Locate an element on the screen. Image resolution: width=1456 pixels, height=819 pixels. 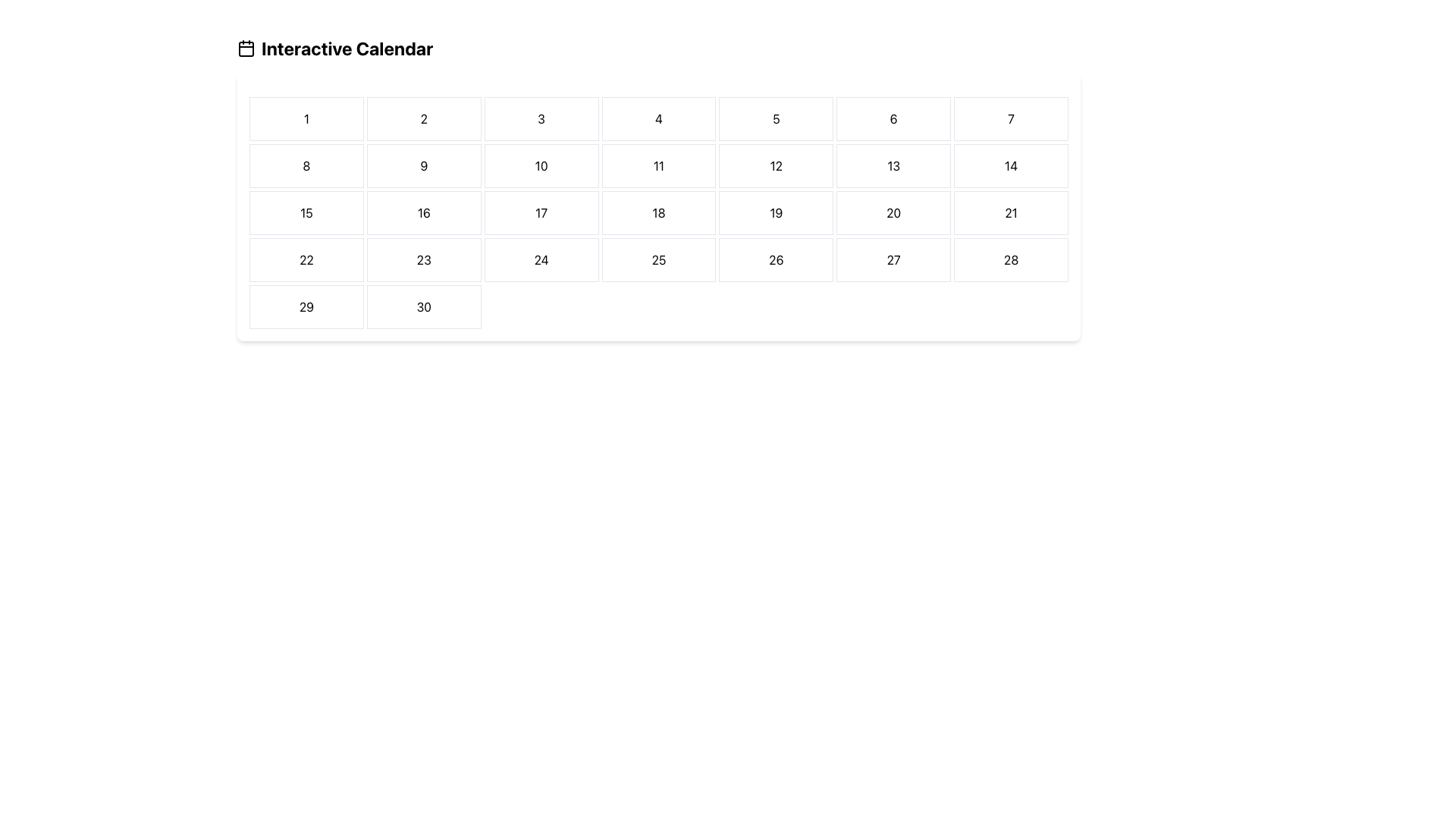
the bold black textual header displaying 'Interactive Calendar', located to the right of the calendar icon at the top-left corner of the interface is located at coordinates (347, 48).